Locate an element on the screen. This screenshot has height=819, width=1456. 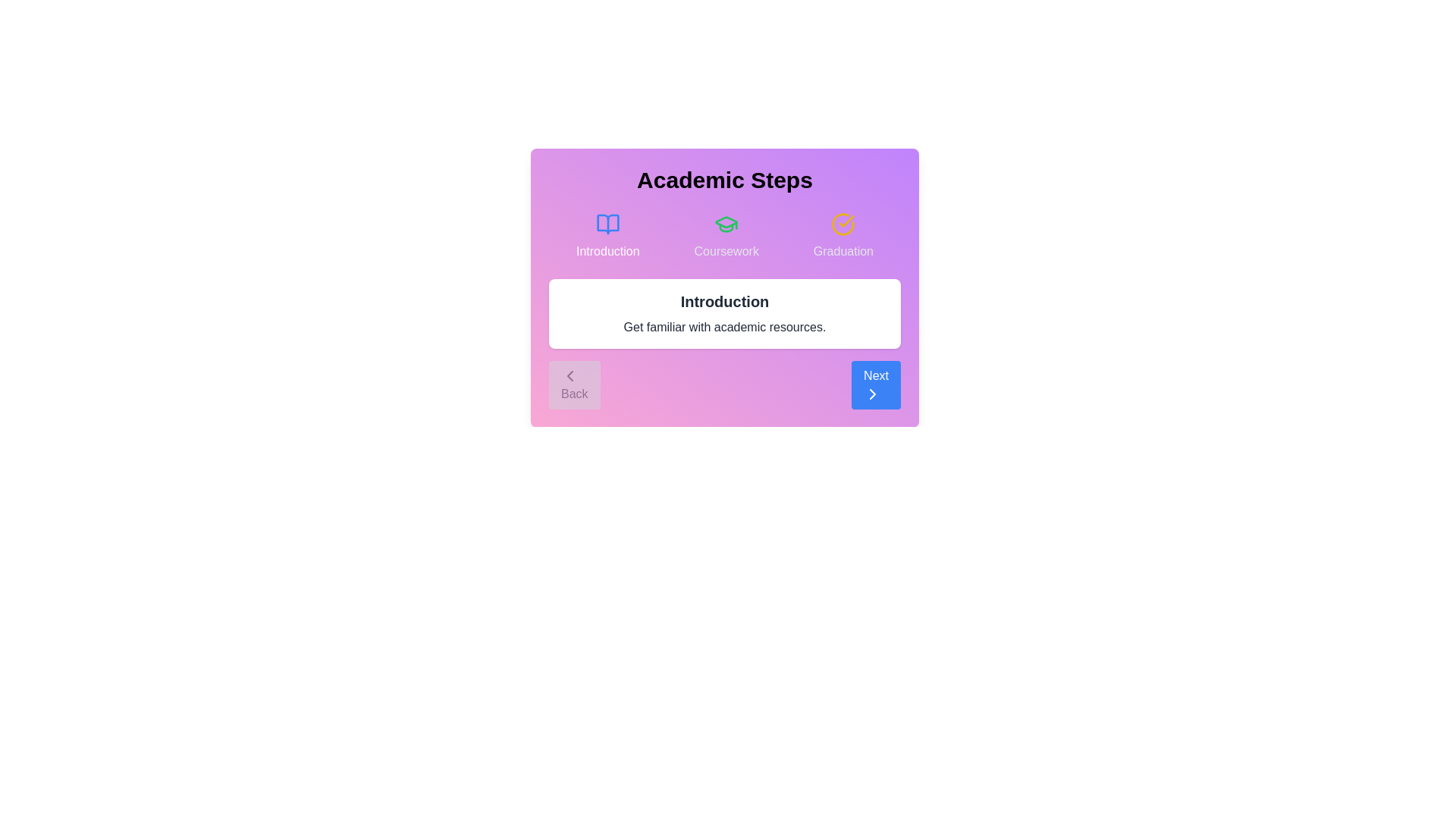
the 'Academic Steps' heading is located at coordinates (723, 180).